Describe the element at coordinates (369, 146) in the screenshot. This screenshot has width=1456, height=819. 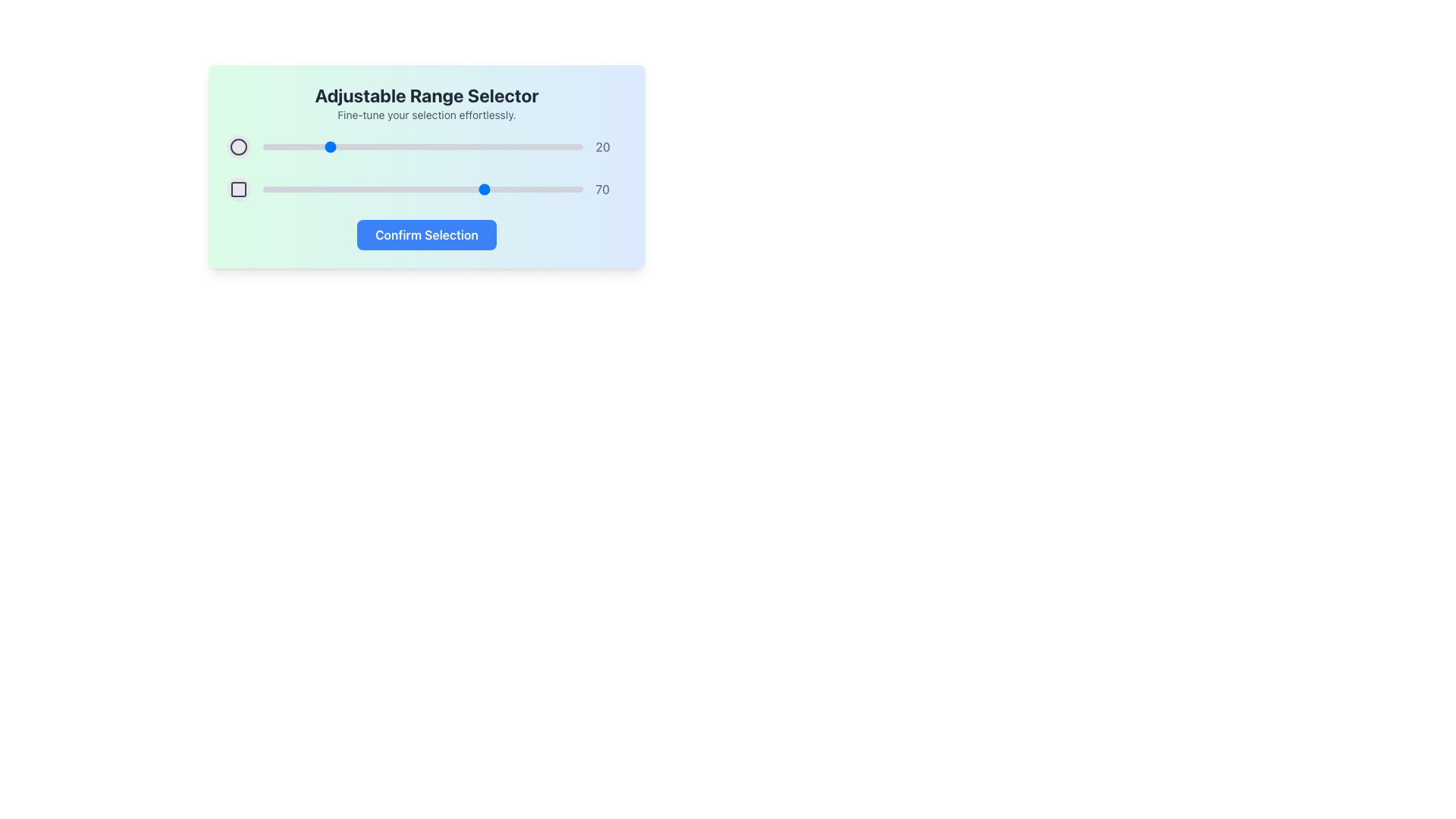
I see `slider` at that location.